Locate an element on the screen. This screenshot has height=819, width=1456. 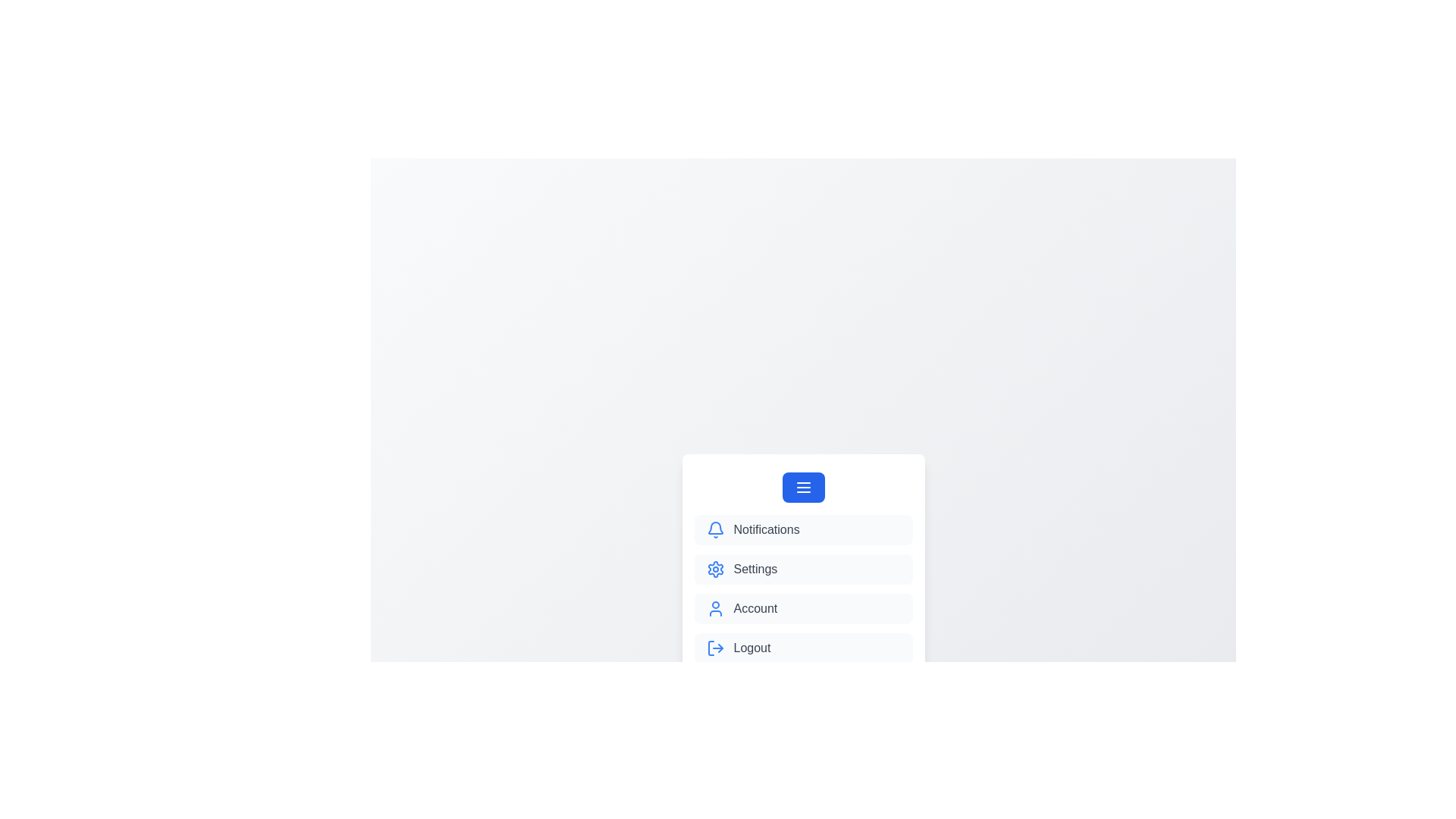
the menu option Account by clicking on it is located at coordinates (802, 607).